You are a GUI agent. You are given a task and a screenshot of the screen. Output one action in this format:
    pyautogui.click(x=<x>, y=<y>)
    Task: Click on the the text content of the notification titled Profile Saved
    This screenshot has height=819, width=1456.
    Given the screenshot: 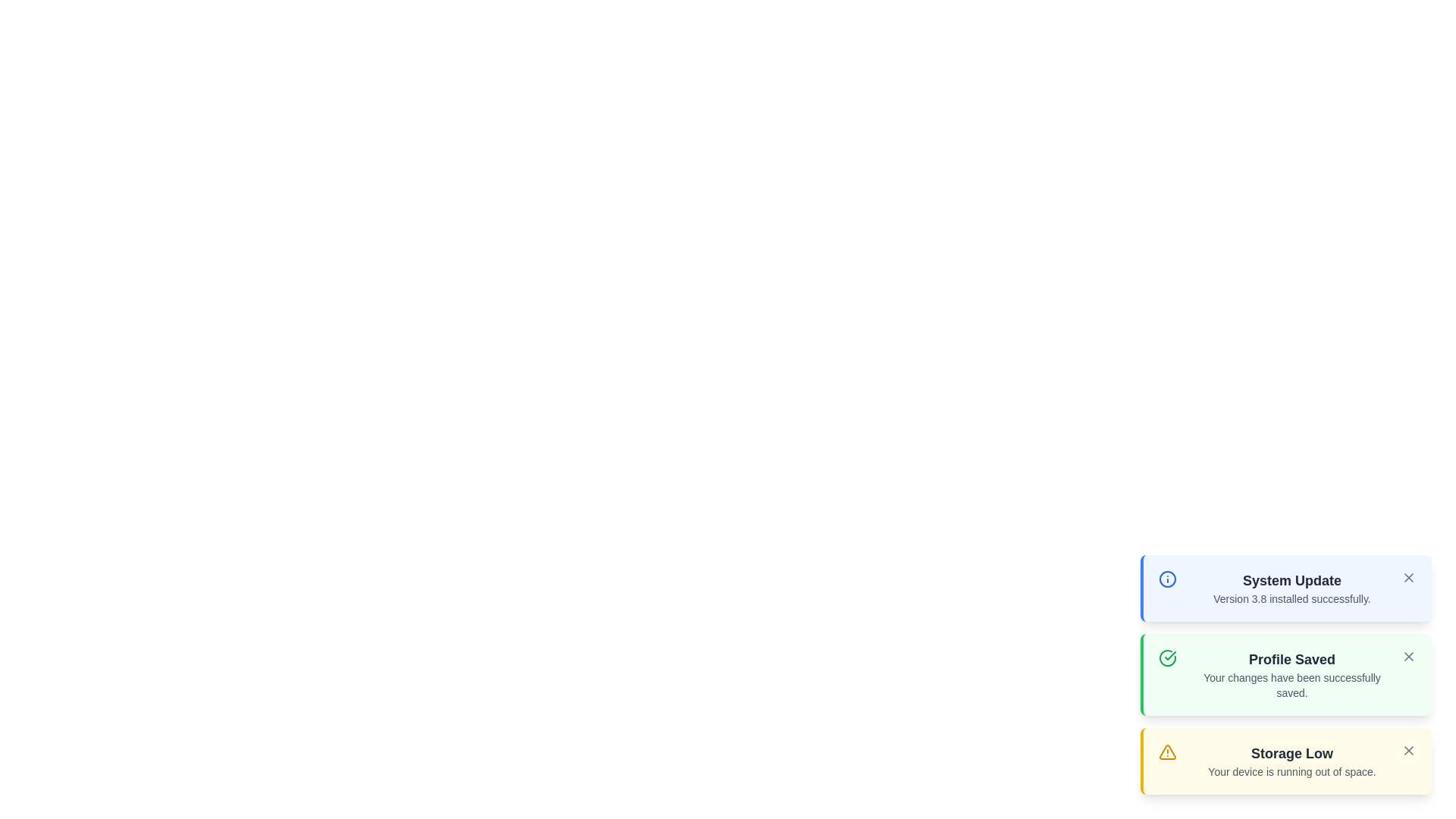 What is the action you would take?
    pyautogui.click(x=1291, y=659)
    